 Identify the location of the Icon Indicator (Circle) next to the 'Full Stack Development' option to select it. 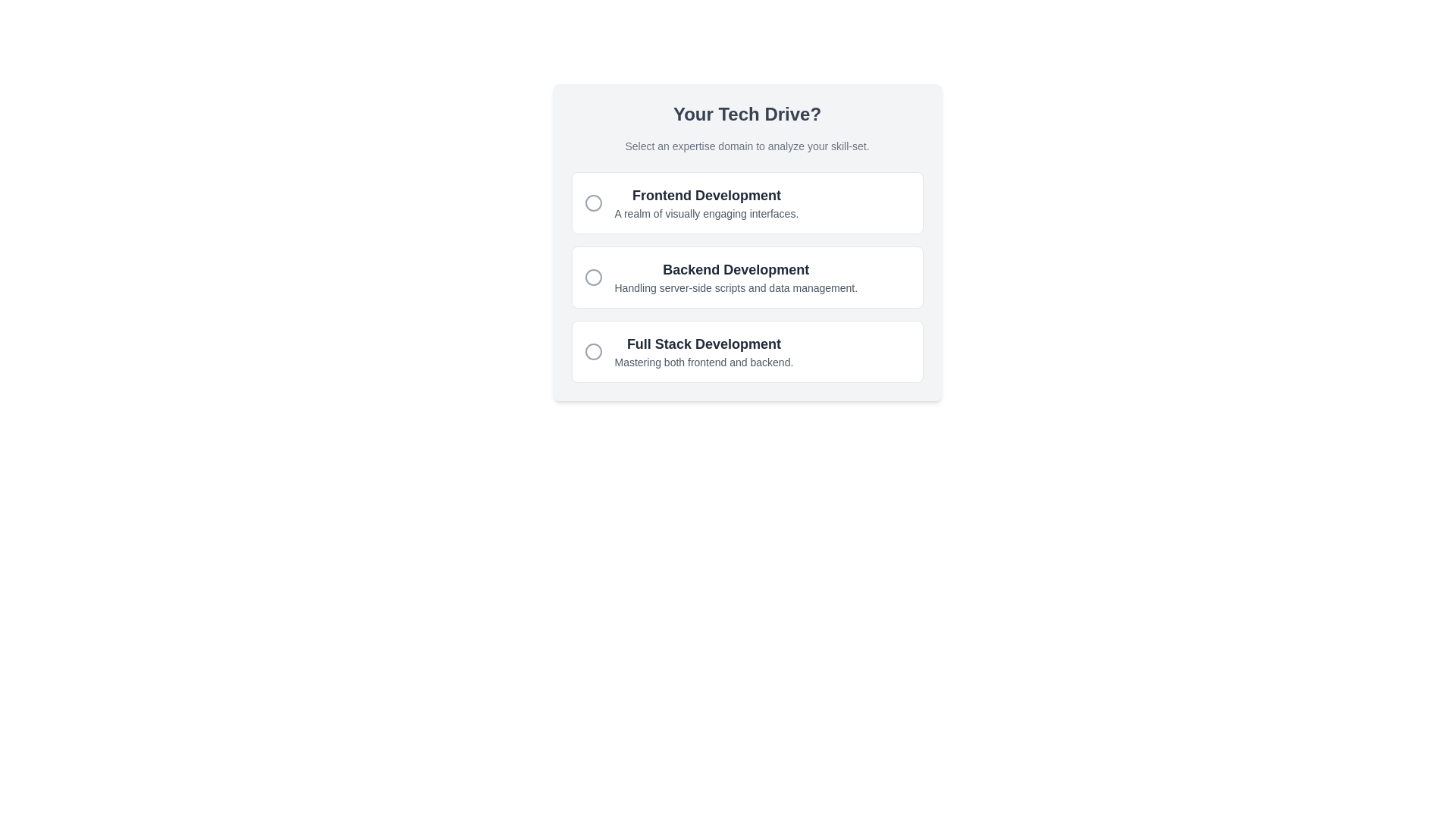
(592, 351).